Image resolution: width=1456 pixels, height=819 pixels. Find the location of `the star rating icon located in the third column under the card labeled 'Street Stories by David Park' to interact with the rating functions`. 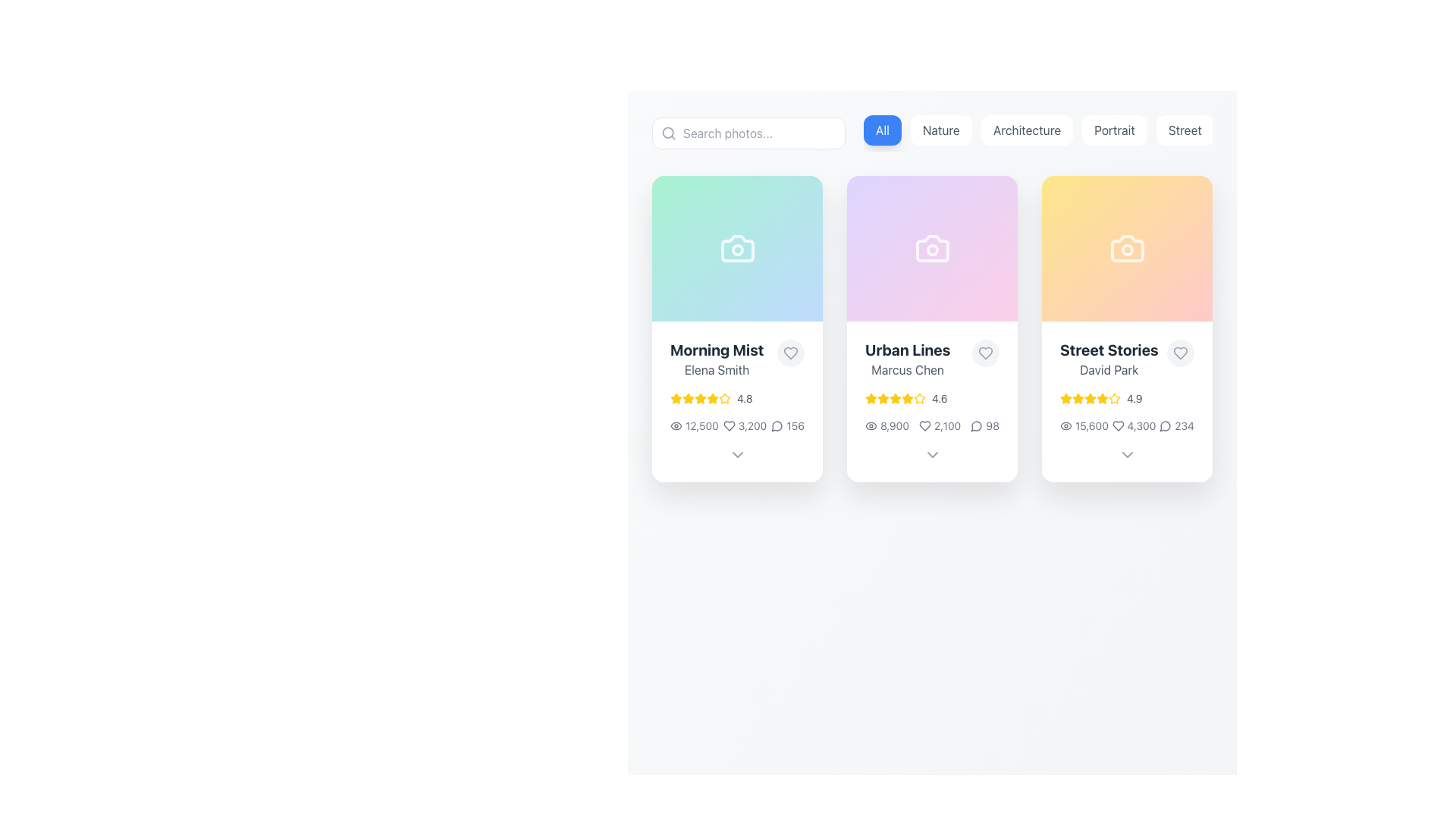

the star rating icon located in the third column under the card labeled 'Street Stories by David Park' to interact with the rating functions is located at coordinates (1090, 397).